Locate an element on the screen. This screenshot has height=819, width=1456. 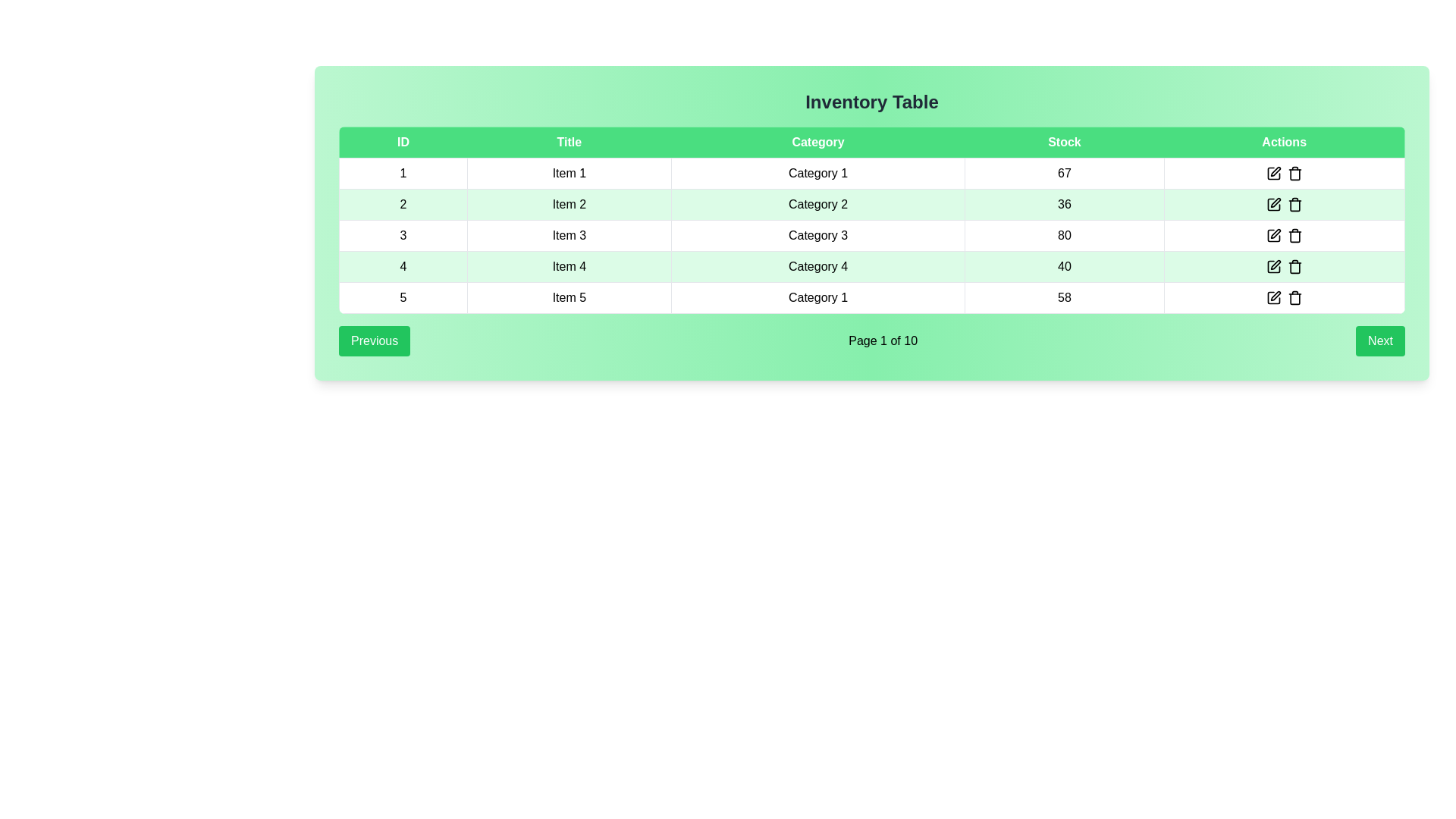
the 'Next' button, which is a rectangular button with white text on a green background, located at the lower-right corner of the interface is located at coordinates (1380, 341).